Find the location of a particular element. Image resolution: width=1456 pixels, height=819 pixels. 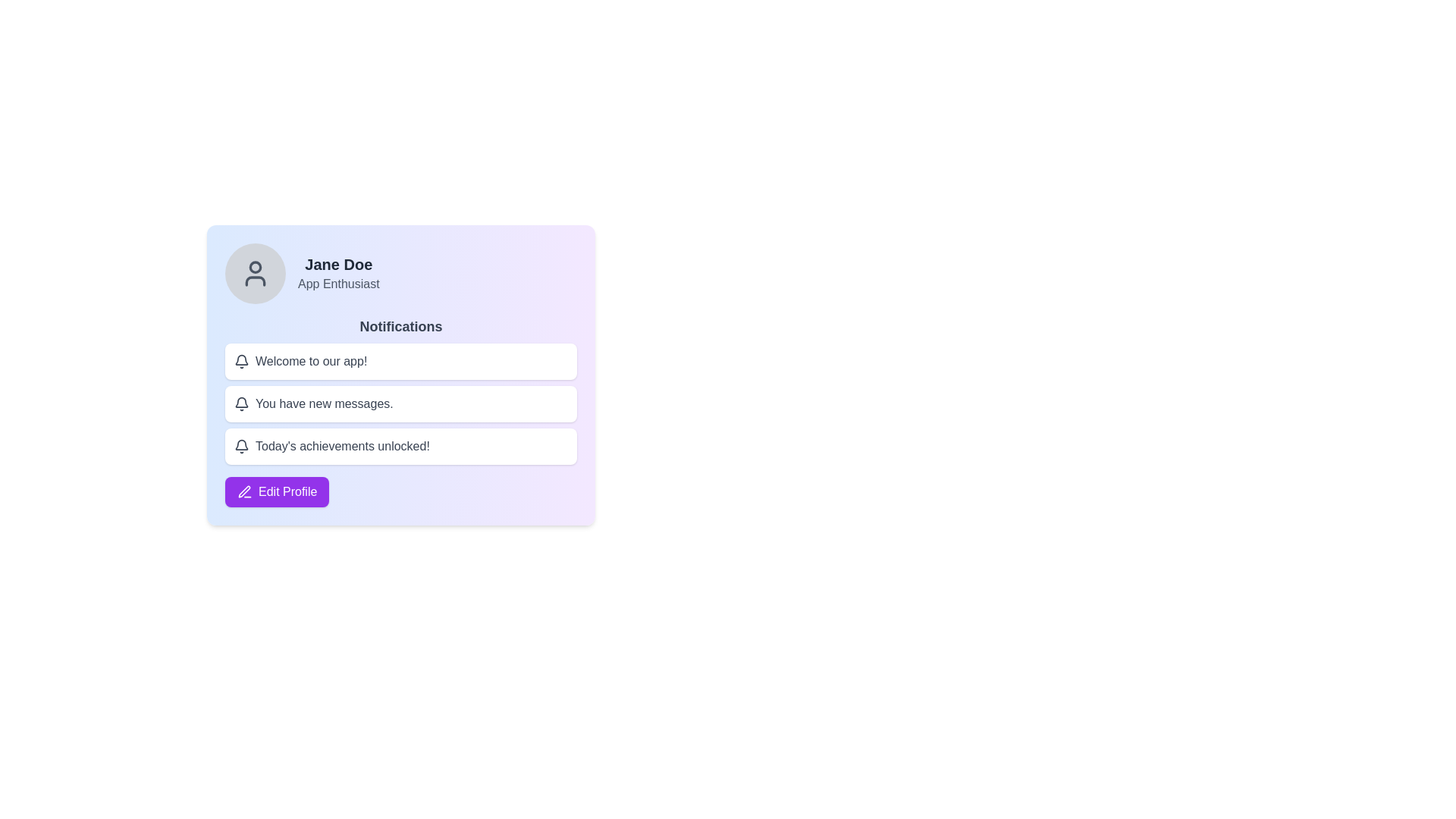

the notification icon located within the notification card for 'You have new messages.' This icon is positioned to the left of the message text and slightly above its vertical center is located at coordinates (240, 403).